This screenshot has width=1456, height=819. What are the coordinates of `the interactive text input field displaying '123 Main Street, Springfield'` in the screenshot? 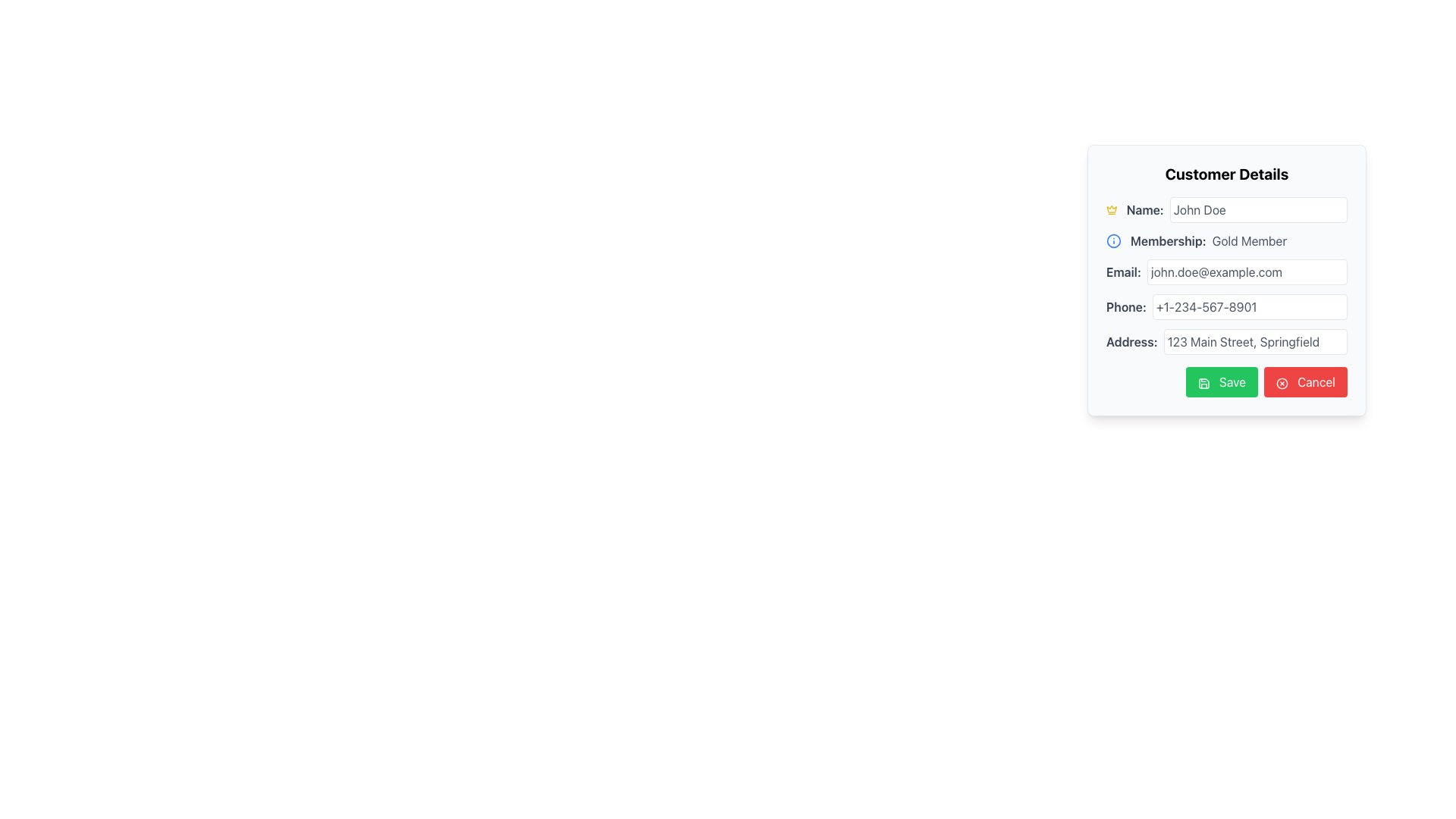 It's located at (1226, 342).